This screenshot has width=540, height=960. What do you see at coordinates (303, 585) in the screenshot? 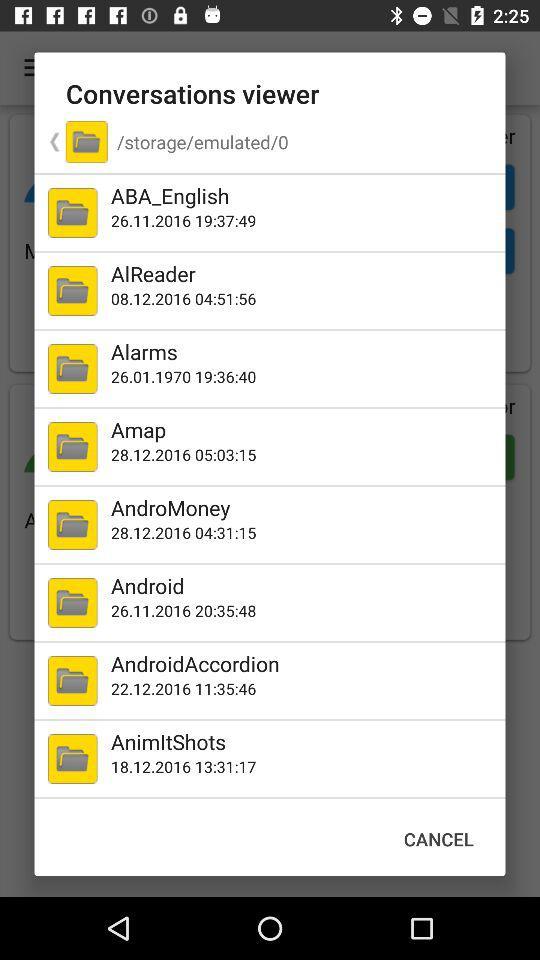
I see `icon above the 26 11 2016` at bounding box center [303, 585].